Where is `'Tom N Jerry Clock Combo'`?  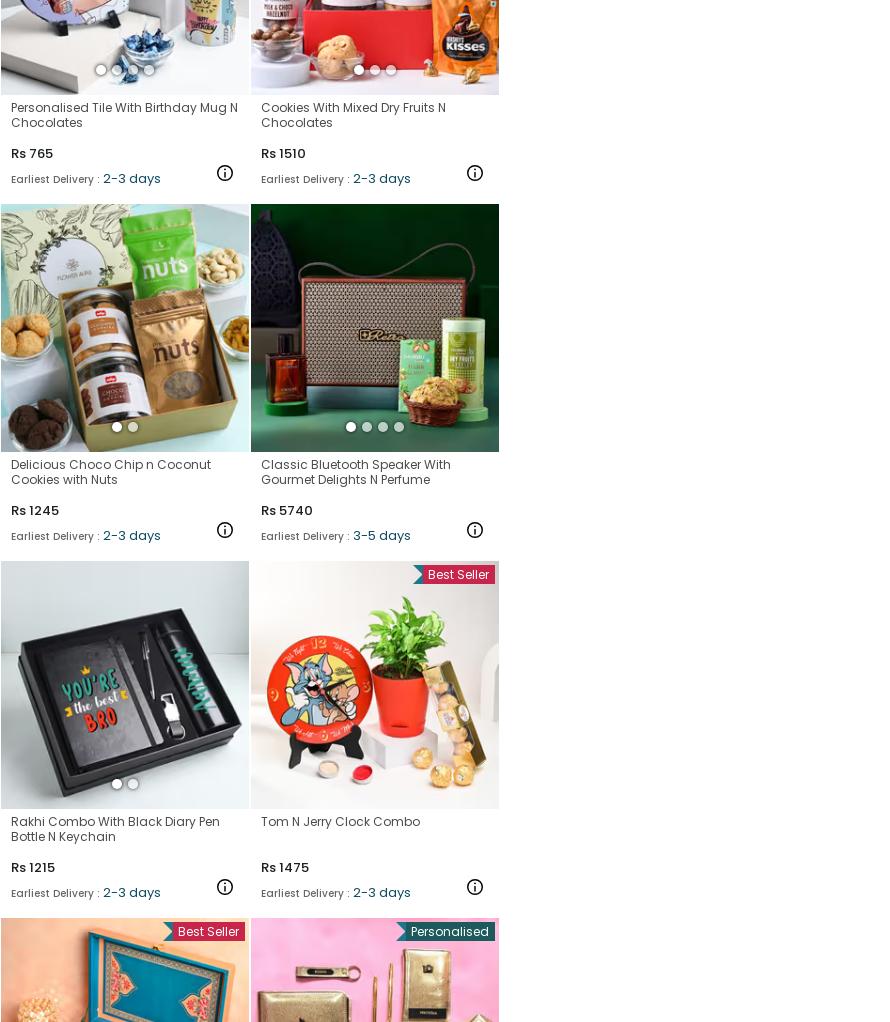 'Tom N Jerry Clock Combo' is located at coordinates (340, 819).